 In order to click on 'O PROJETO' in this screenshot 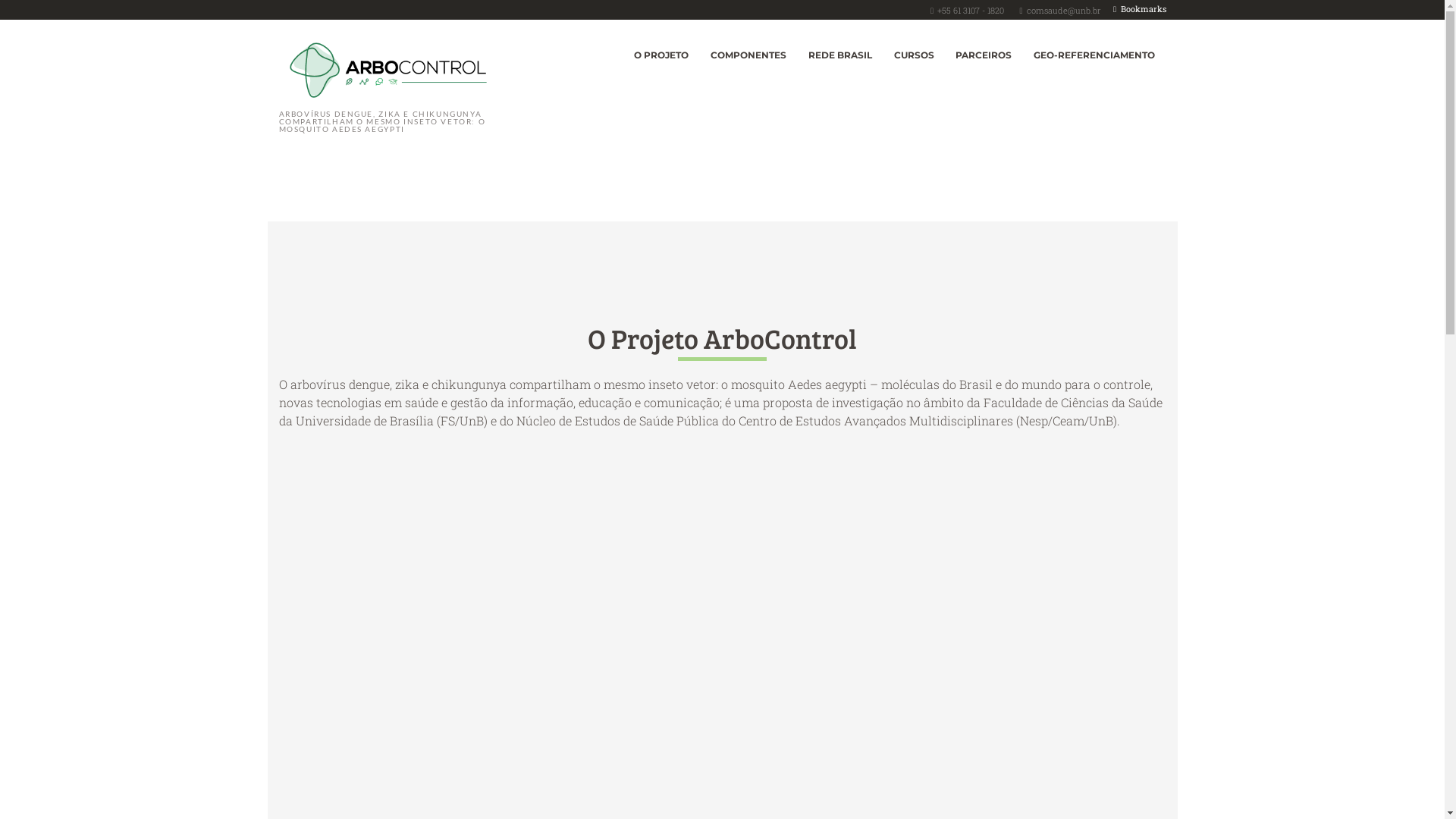, I will do `click(661, 55)`.